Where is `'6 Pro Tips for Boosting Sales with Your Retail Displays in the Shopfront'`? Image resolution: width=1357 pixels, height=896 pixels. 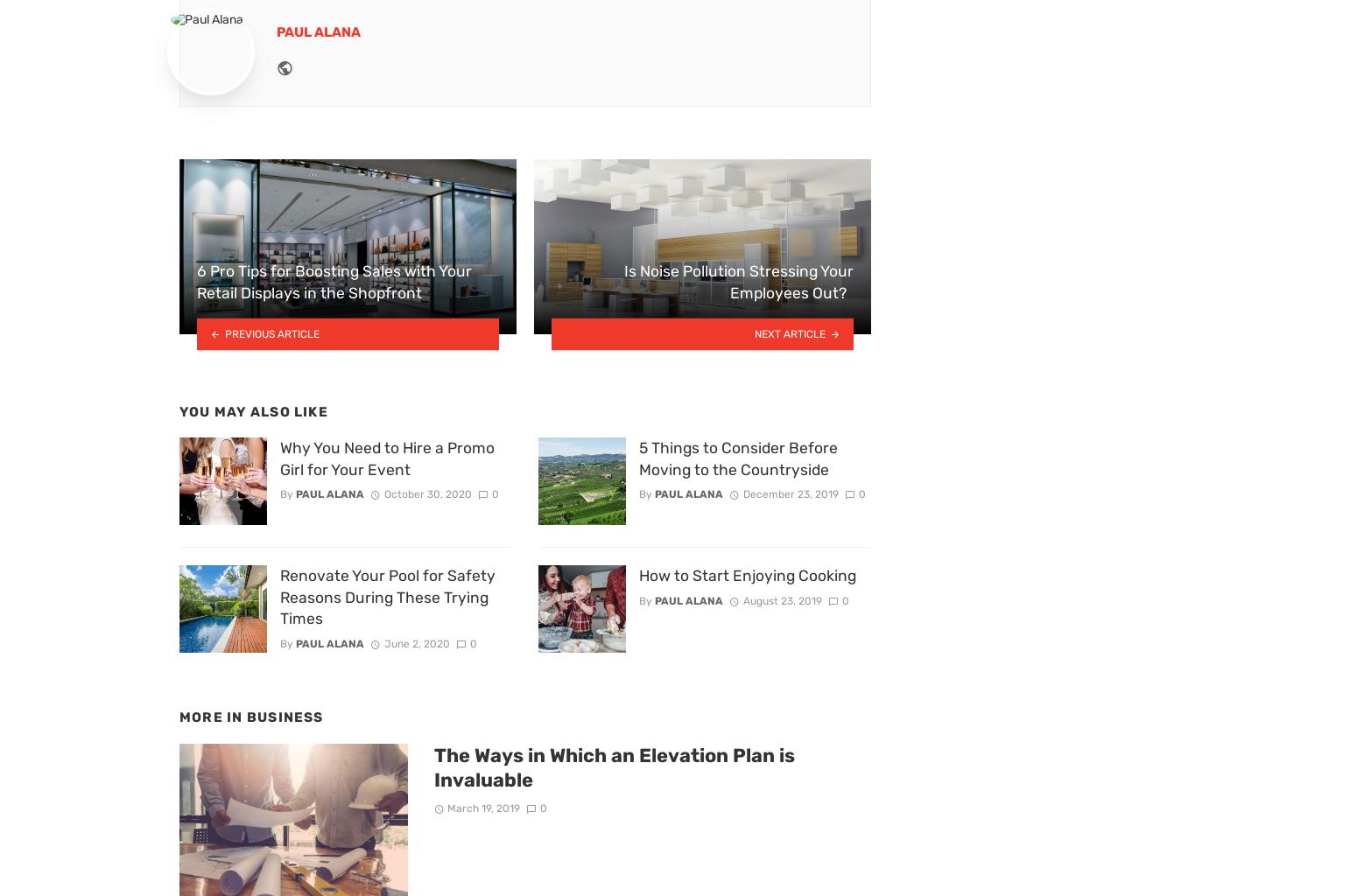
'6 Pro Tips for Boosting Sales with Your Retail Displays in the Shopfront' is located at coordinates (334, 281).